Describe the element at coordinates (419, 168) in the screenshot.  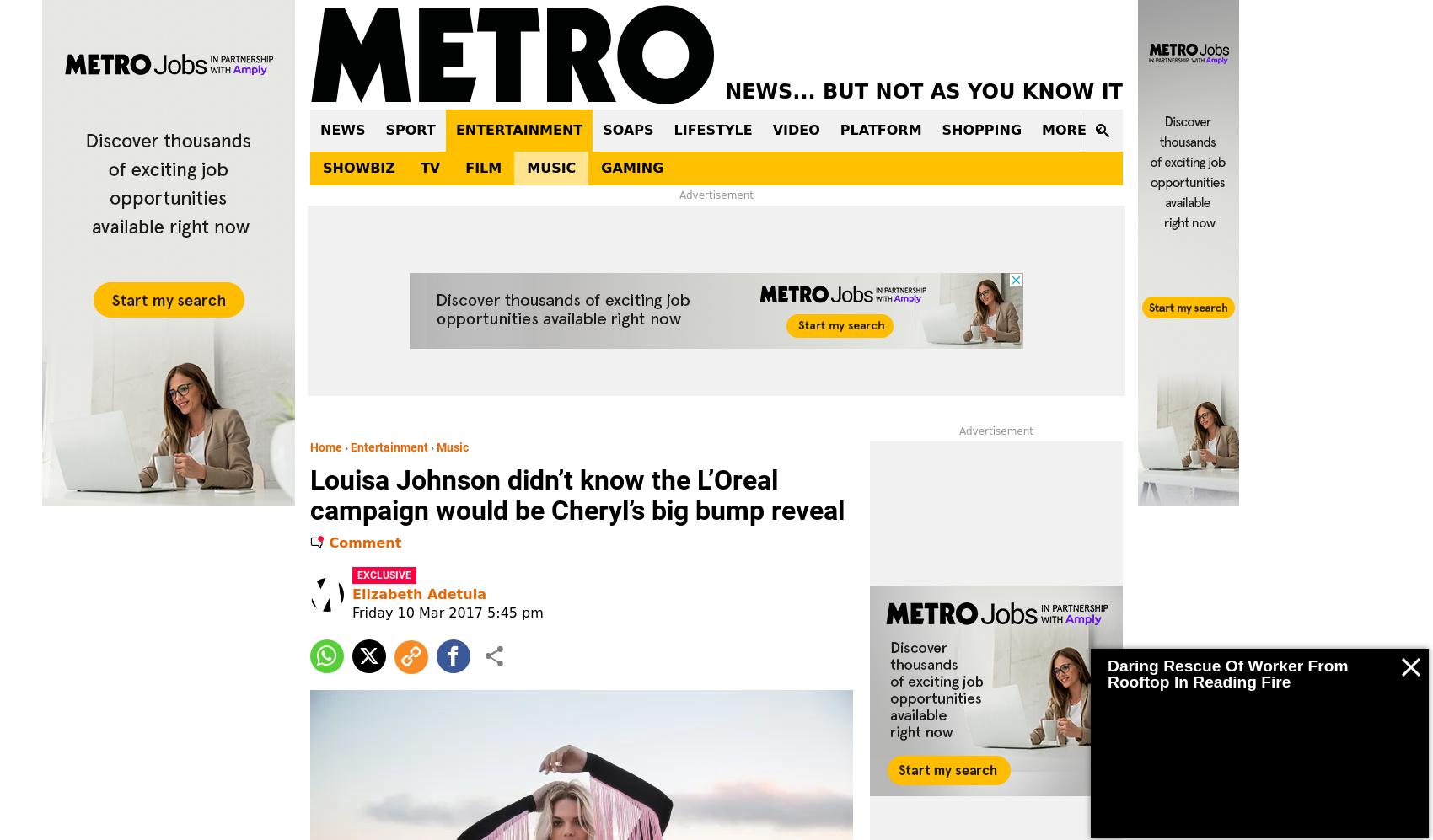
I see `'TV'` at that location.